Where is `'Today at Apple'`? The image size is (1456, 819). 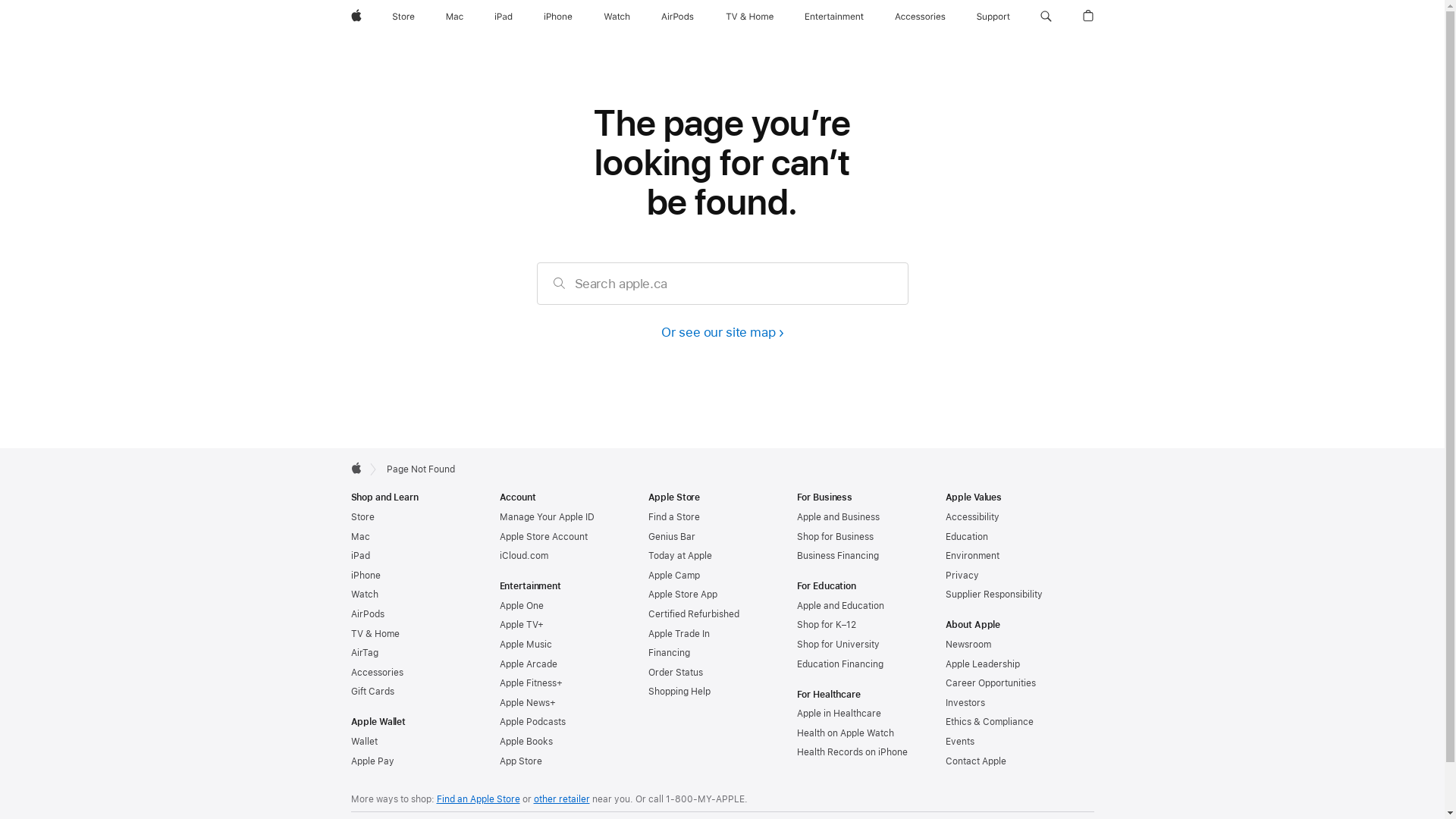
'Today at Apple' is located at coordinates (679, 555).